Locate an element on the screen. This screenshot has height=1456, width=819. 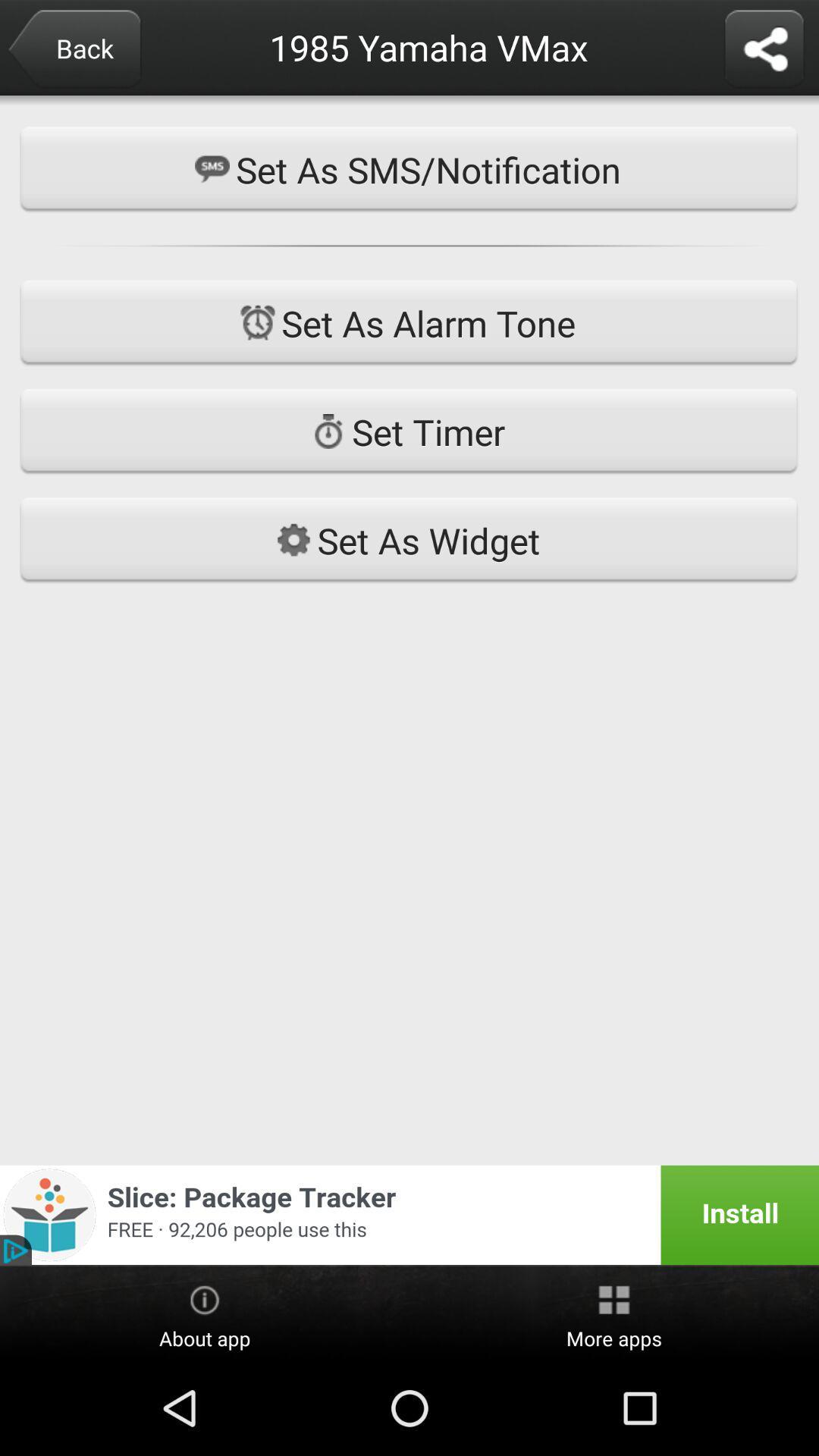
the item at the top right corner is located at coordinates (764, 50).